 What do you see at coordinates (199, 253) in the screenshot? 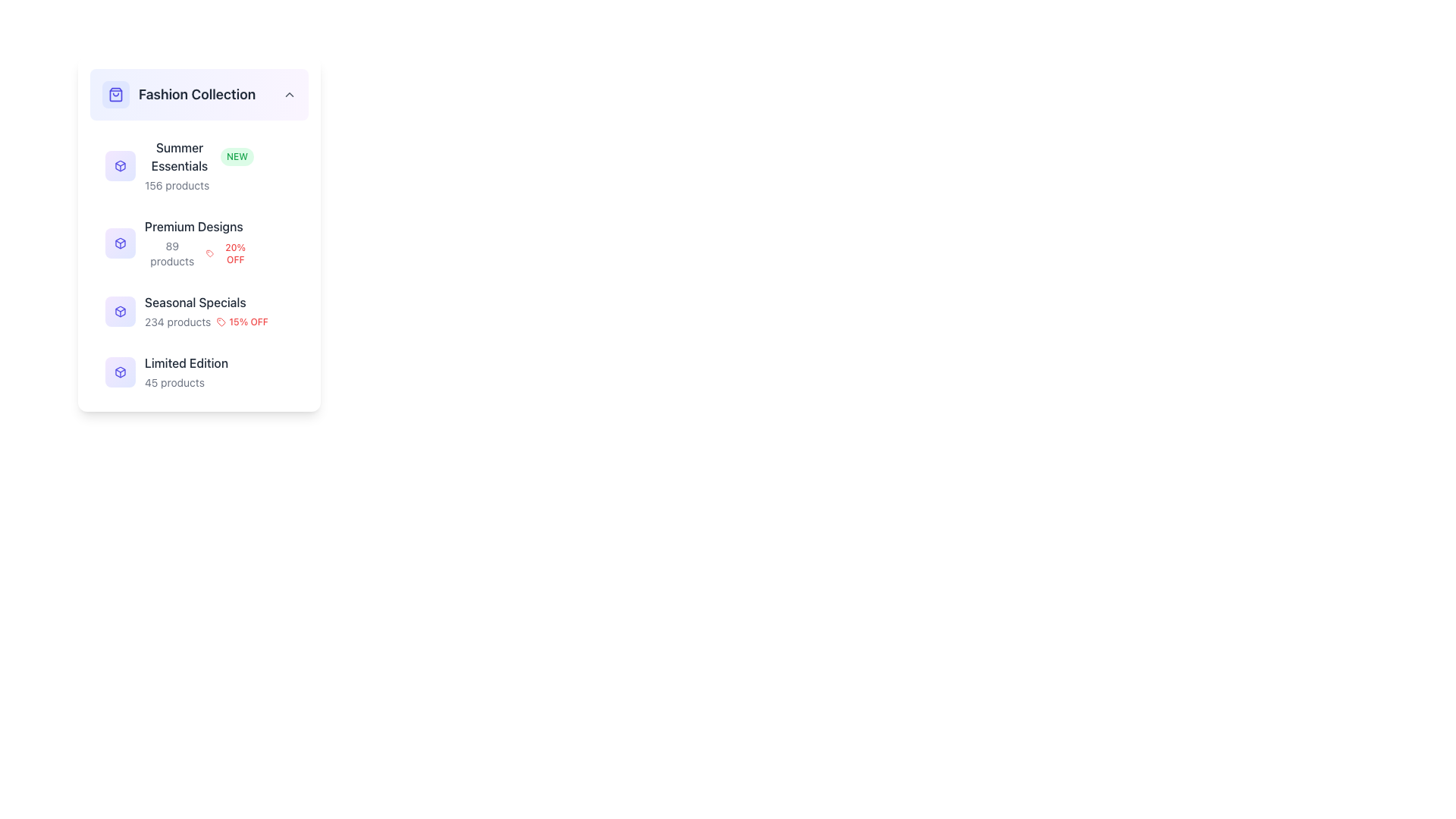
I see `informational text block that displays the number of products and the discount percentage available under the 'Premium Designs' category, located below the 'Premium Designs' header` at bounding box center [199, 253].